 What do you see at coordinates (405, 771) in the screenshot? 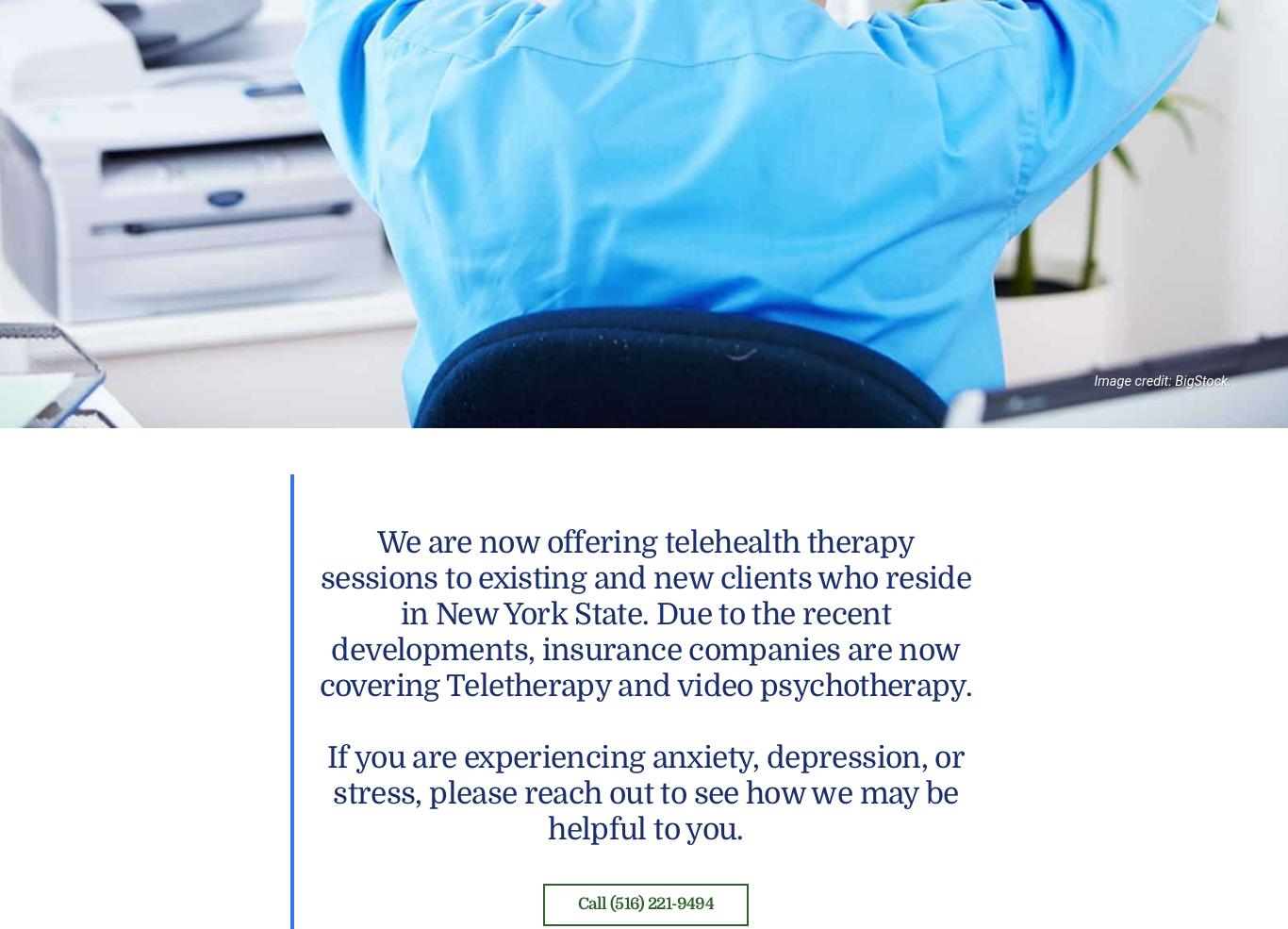
I see `'Family Counseling, Long Island, NY. Using A Family Counselor'` at bounding box center [405, 771].